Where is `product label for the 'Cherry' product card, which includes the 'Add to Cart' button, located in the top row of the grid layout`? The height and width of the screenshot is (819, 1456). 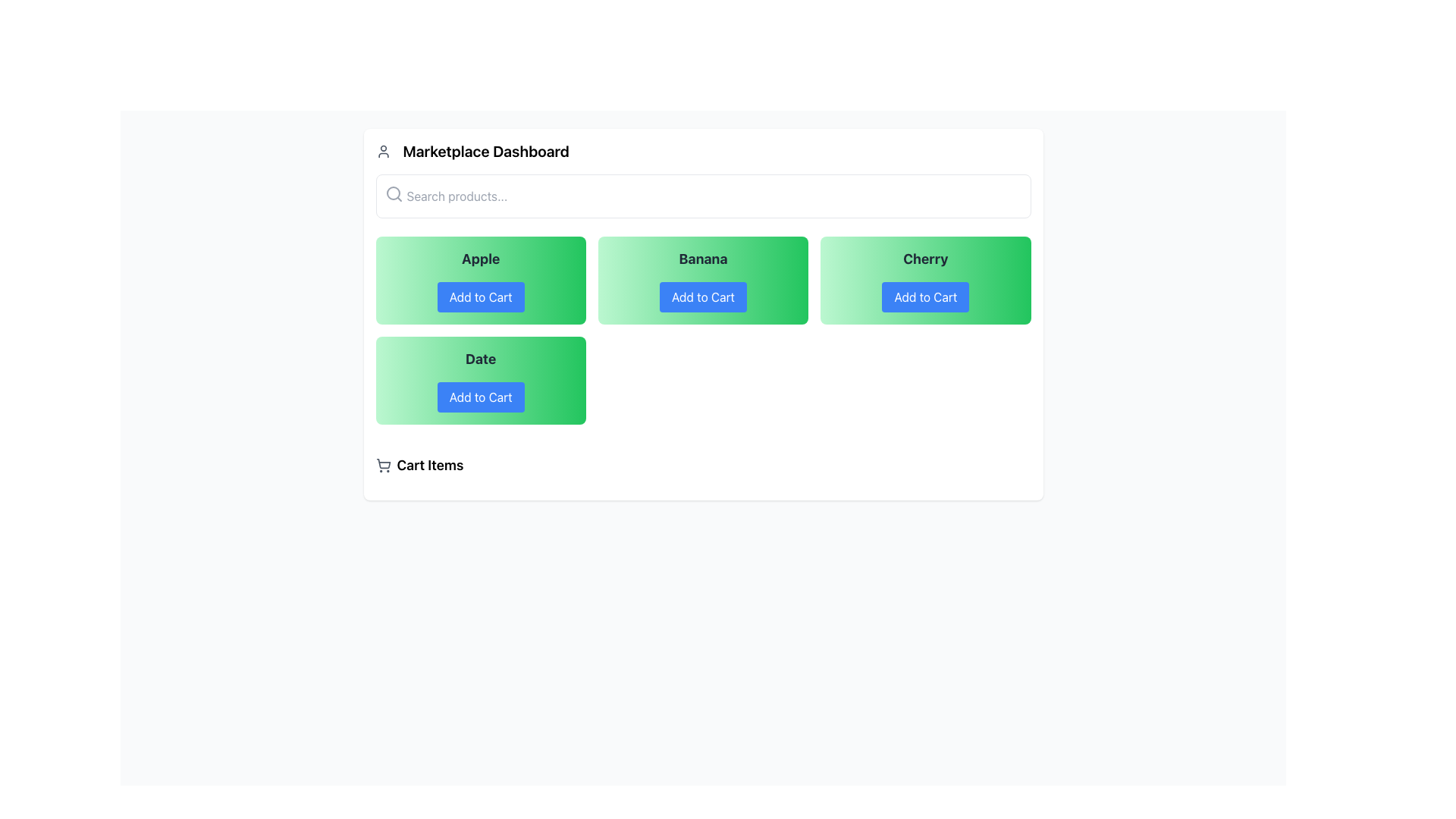 product label for the 'Cherry' product card, which includes the 'Add to Cart' button, located in the top row of the grid layout is located at coordinates (924, 281).